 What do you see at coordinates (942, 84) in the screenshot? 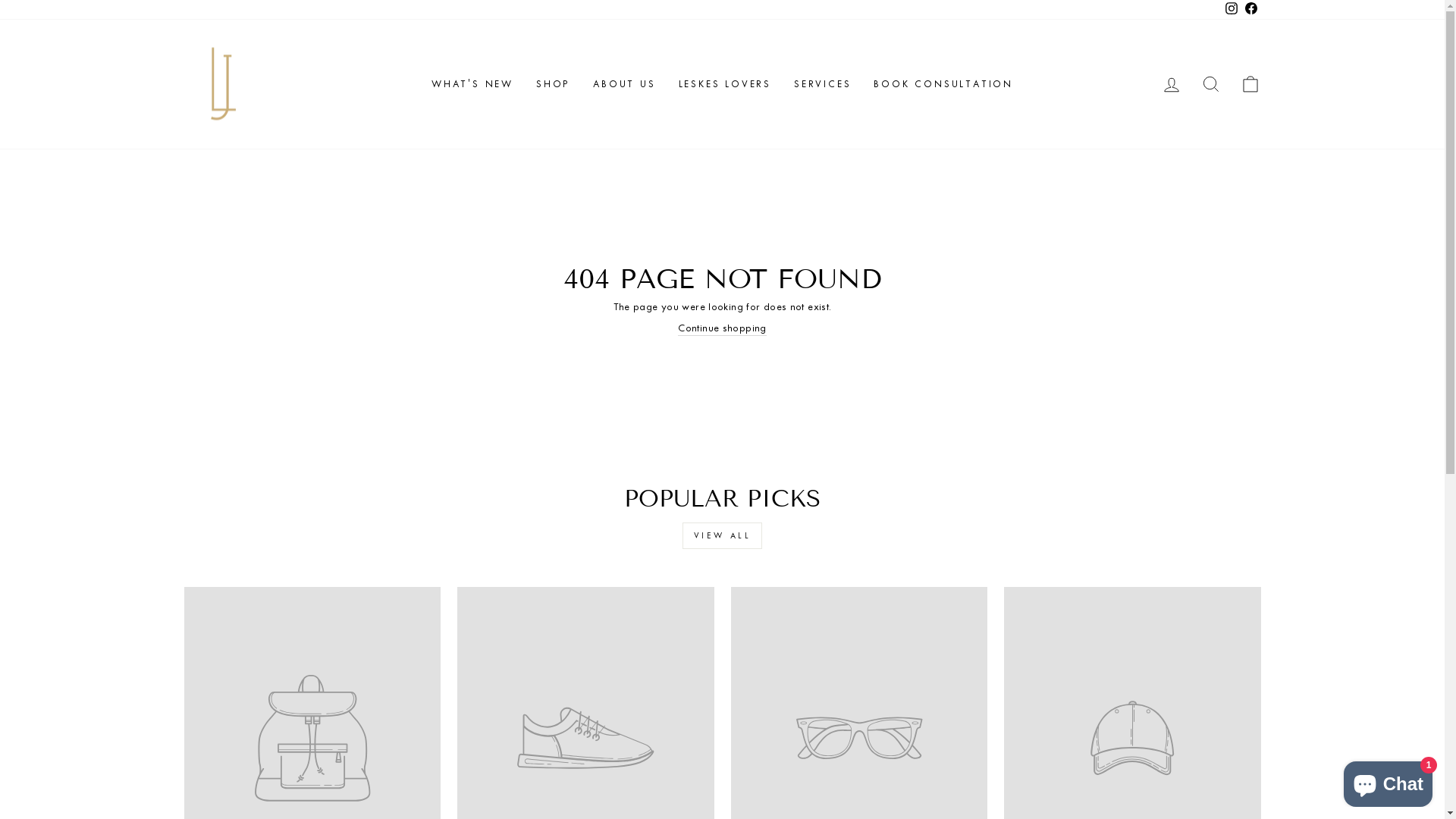
I see `'BOOK CONSULTATION'` at bounding box center [942, 84].